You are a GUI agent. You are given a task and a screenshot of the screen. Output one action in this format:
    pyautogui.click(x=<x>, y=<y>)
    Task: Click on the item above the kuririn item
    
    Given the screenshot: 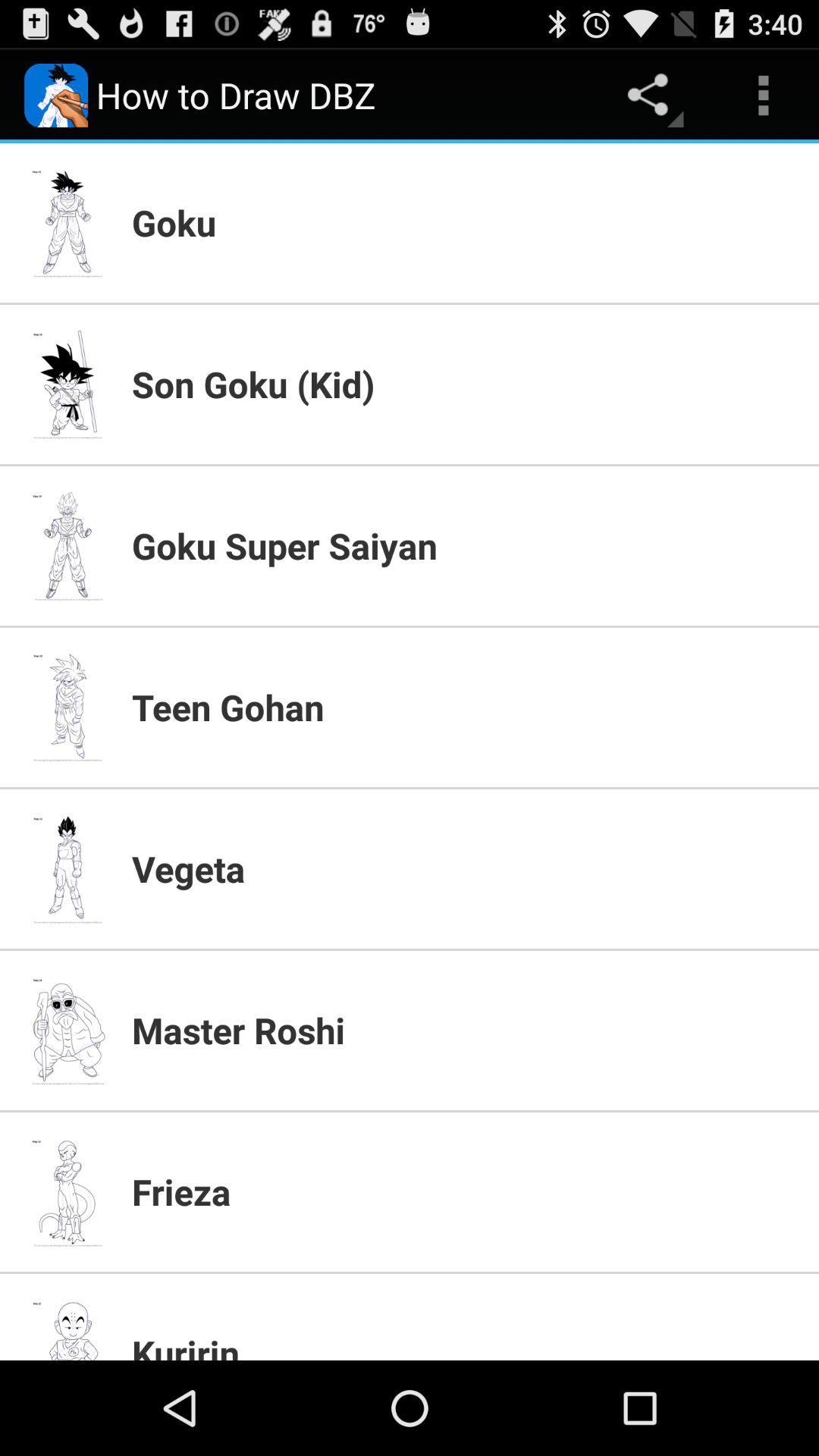 What is the action you would take?
    pyautogui.click(x=465, y=1191)
    